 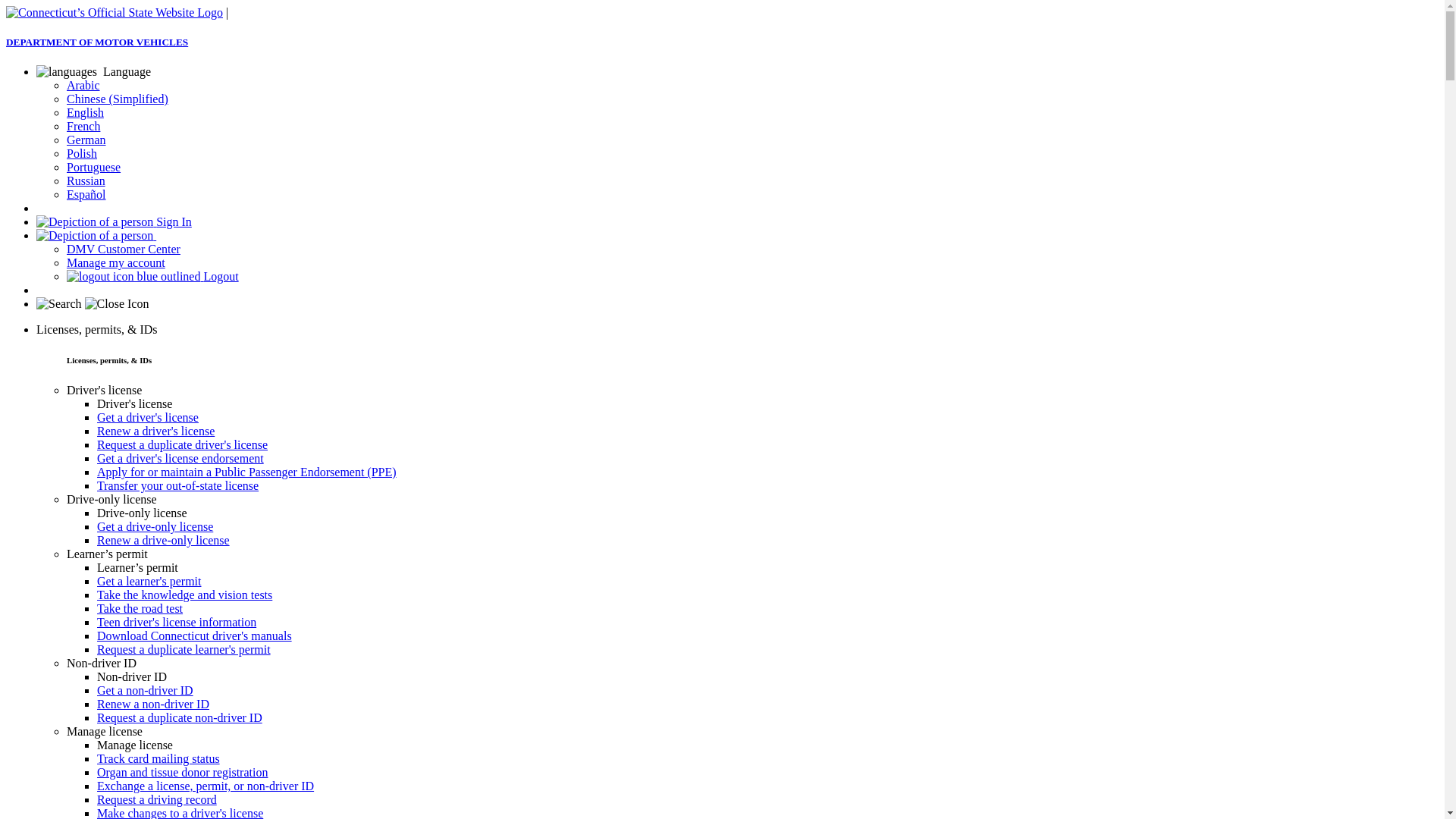 I want to click on 'Get a drive-only license', so click(x=155, y=526).